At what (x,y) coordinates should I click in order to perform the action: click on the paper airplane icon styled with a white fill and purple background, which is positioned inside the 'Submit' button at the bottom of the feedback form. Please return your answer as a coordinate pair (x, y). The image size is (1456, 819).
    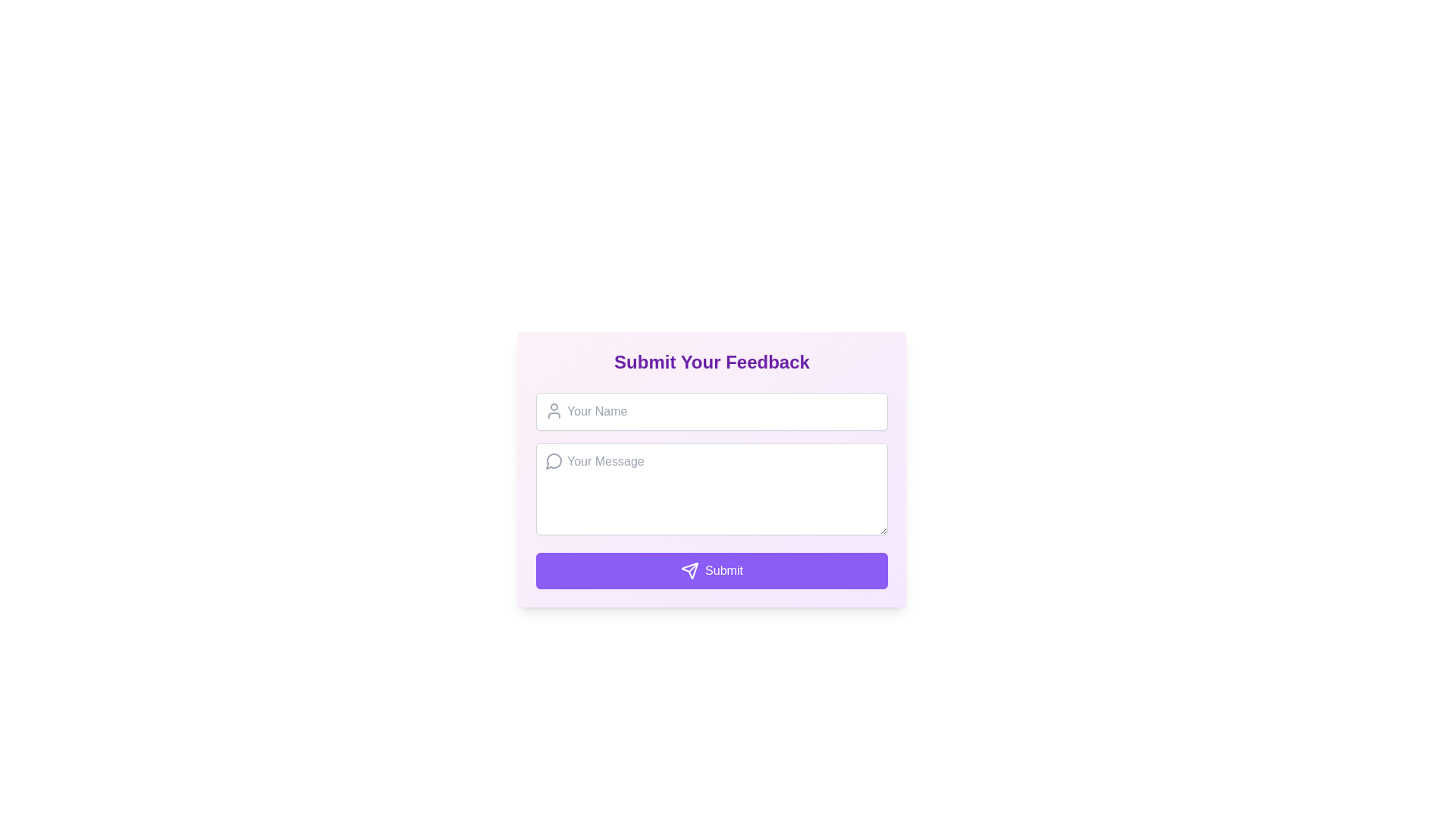
    Looking at the image, I should click on (689, 570).